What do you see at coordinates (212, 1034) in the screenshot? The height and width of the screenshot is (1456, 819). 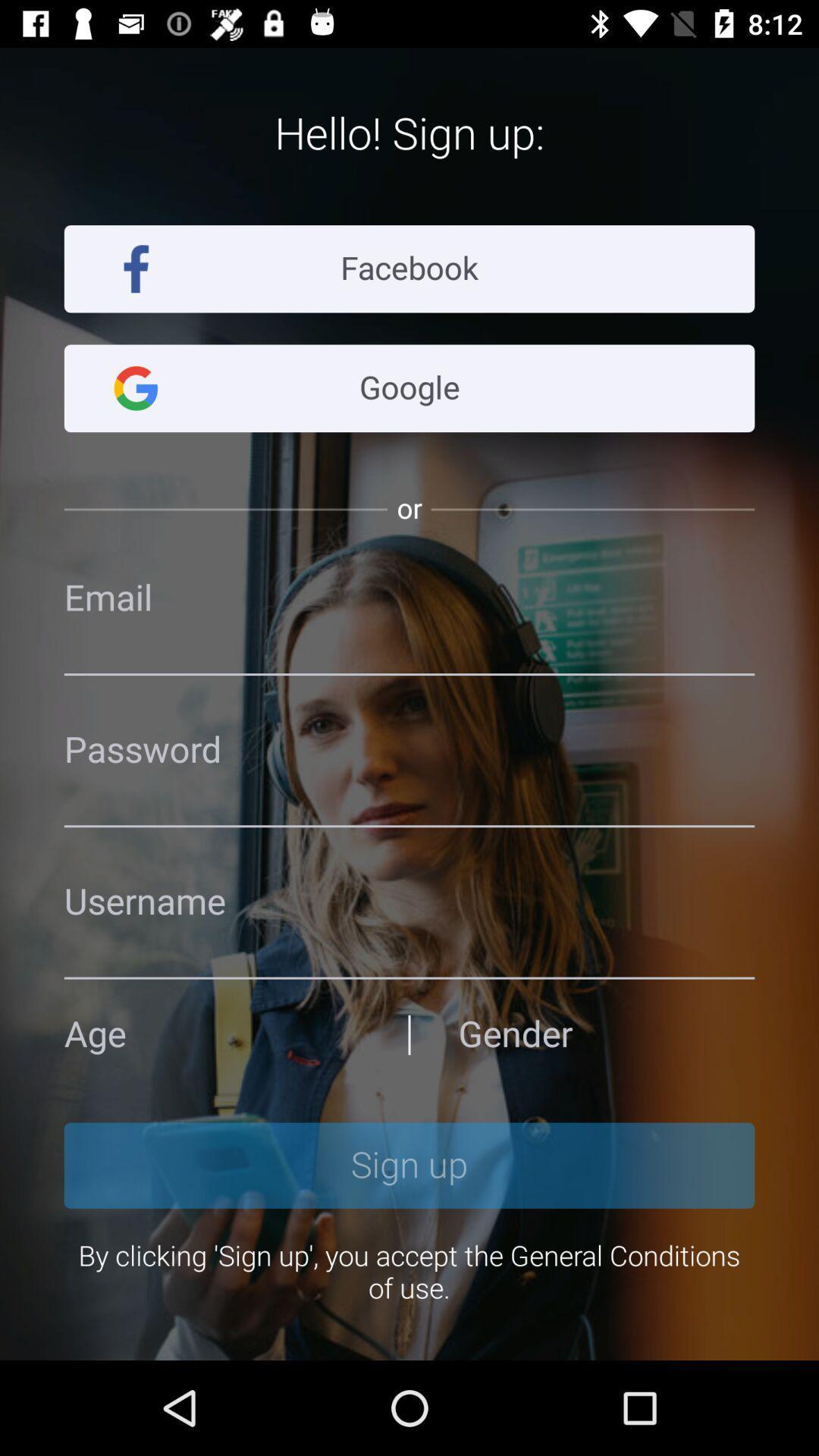 I see `indicate button` at bounding box center [212, 1034].